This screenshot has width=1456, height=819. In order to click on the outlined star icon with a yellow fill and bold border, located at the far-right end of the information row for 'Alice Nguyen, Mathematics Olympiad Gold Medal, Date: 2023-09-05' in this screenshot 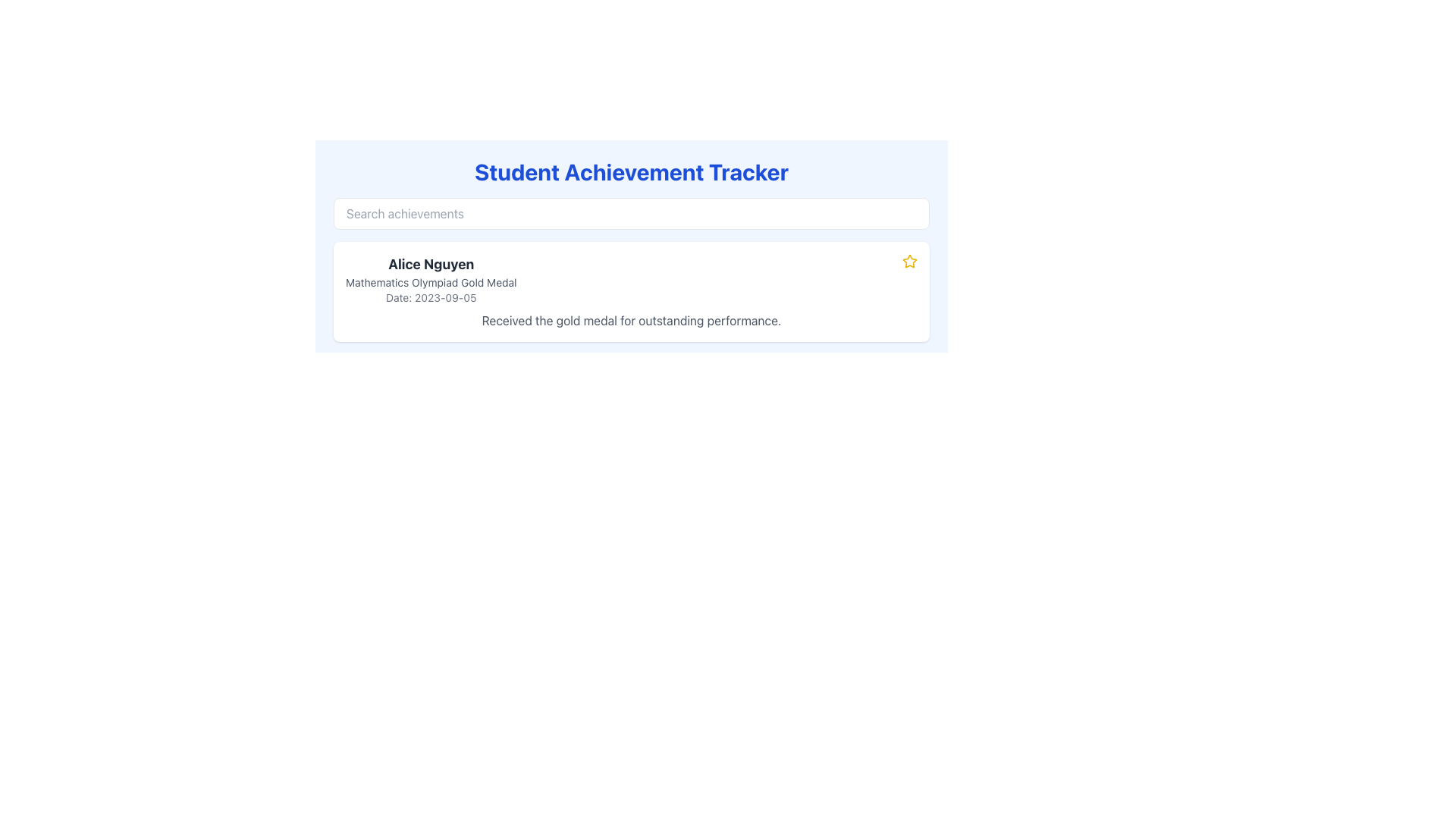, I will do `click(910, 260)`.